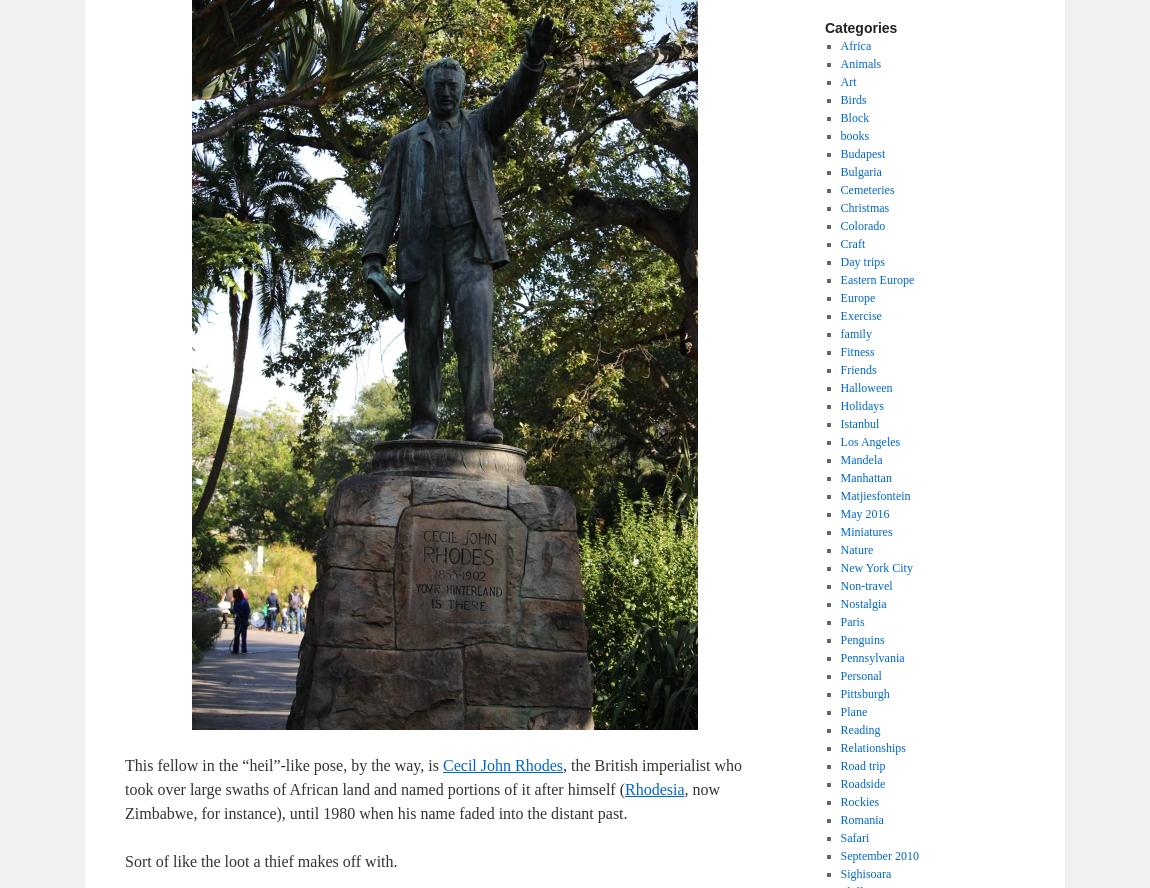 The image size is (1150, 888). What do you see at coordinates (864, 693) in the screenshot?
I see `'Pittsburgh'` at bounding box center [864, 693].